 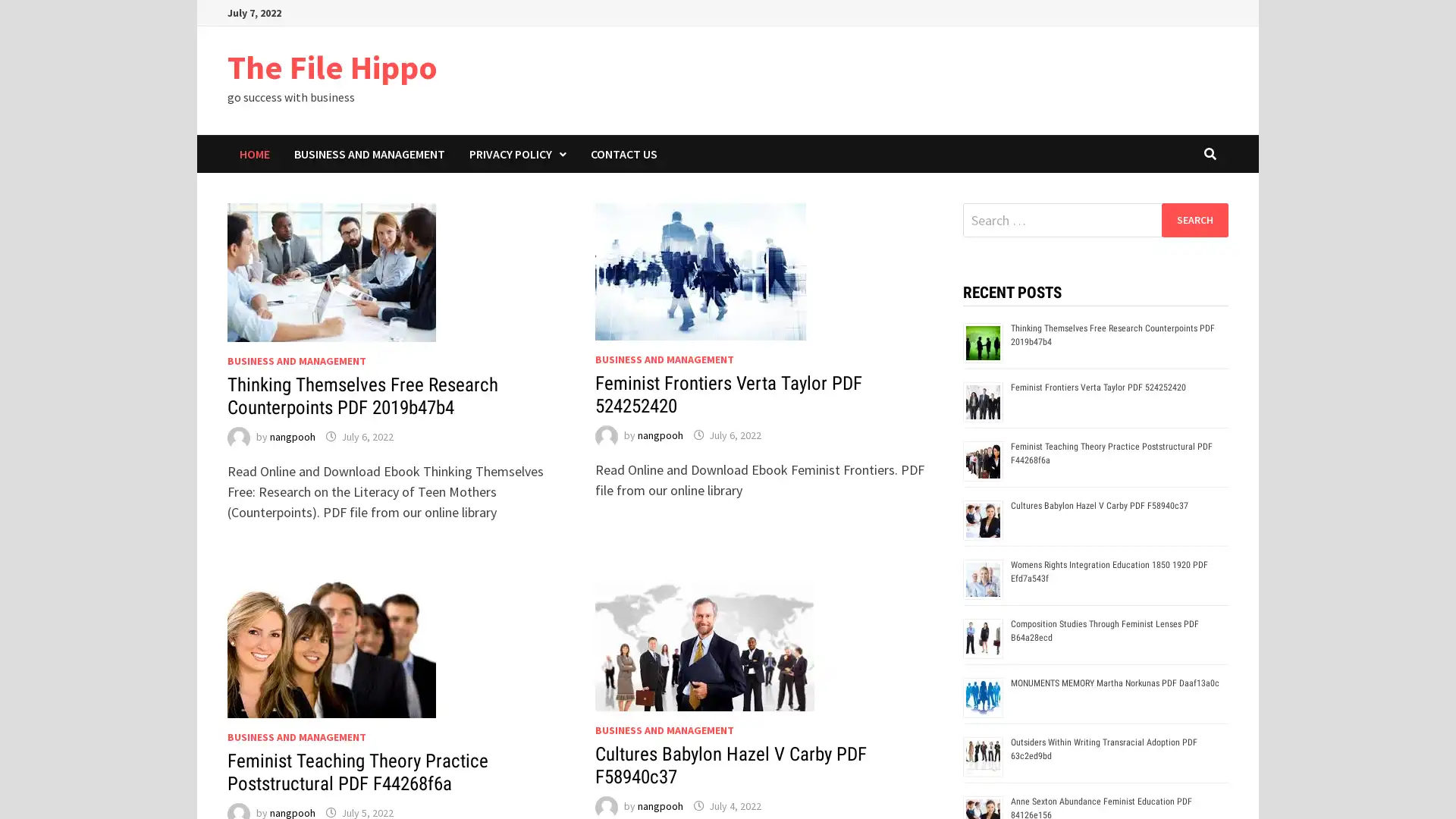 I want to click on Search, so click(x=1194, y=219).